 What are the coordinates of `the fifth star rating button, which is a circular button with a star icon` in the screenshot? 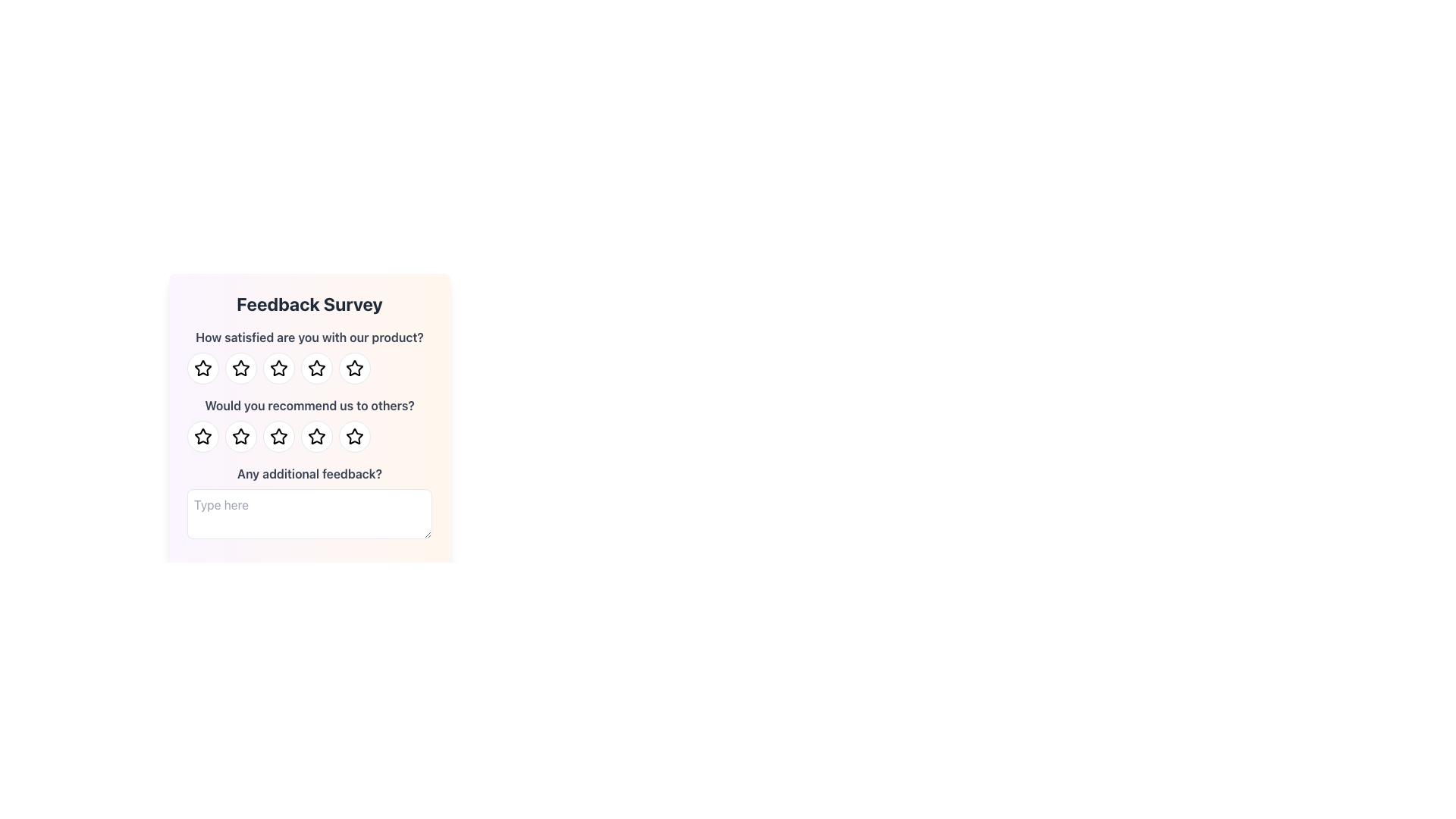 It's located at (315, 369).